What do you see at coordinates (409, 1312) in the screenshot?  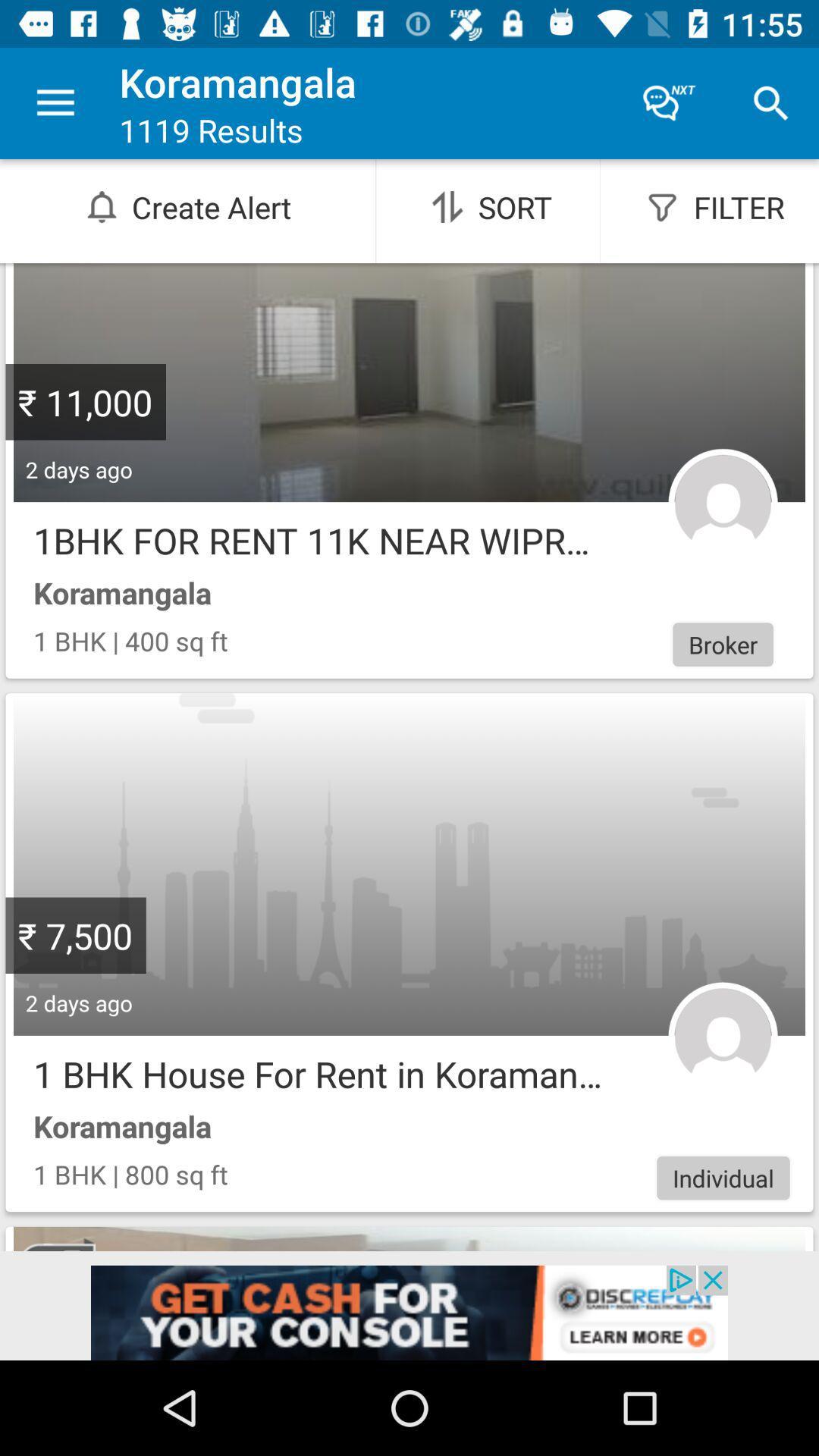 I see `advertisement link` at bounding box center [409, 1312].